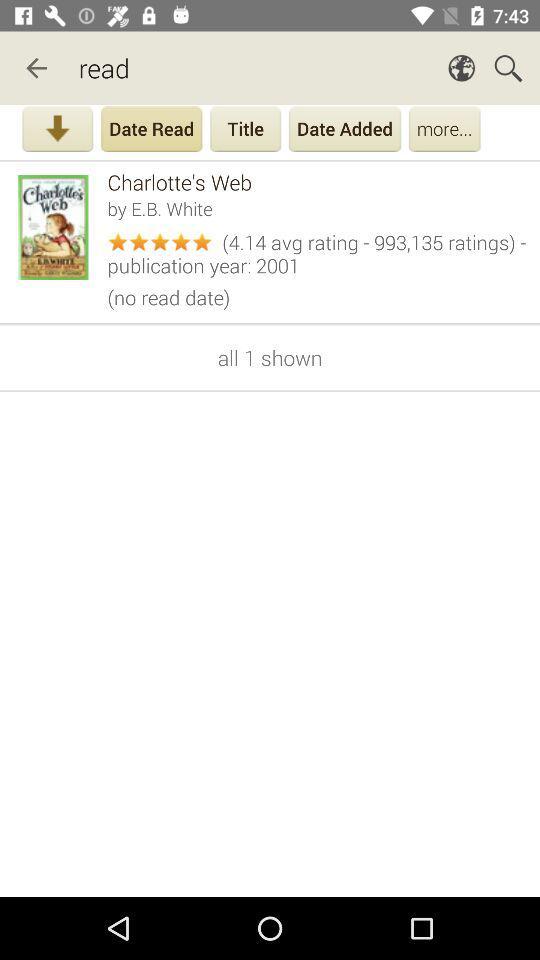 Image resolution: width=540 pixels, height=960 pixels. What do you see at coordinates (317, 182) in the screenshot?
I see `the icon above by e b icon` at bounding box center [317, 182].